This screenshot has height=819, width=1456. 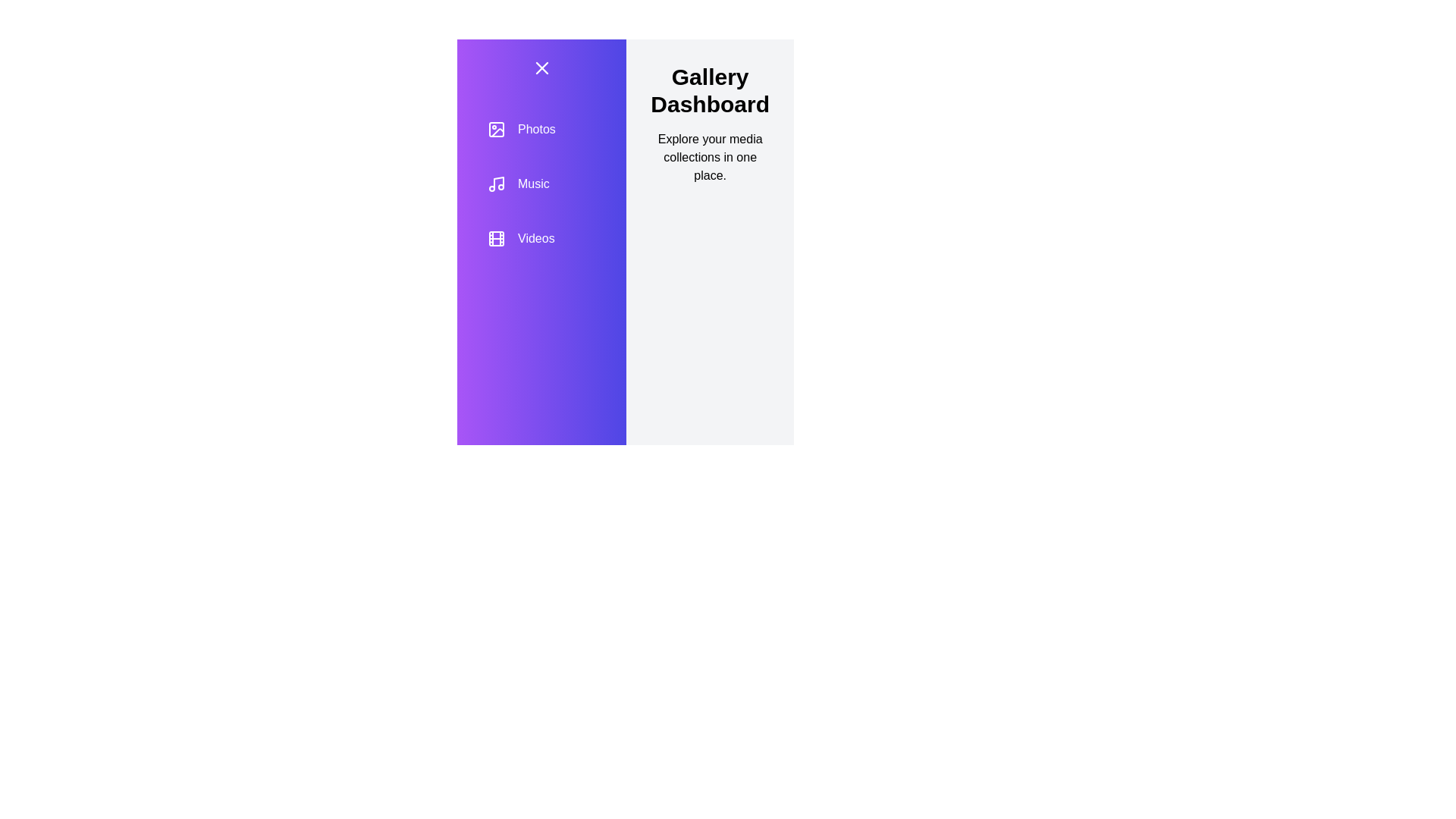 What do you see at coordinates (709, 90) in the screenshot?
I see `the text Gallery Dashboard in the component` at bounding box center [709, 90].